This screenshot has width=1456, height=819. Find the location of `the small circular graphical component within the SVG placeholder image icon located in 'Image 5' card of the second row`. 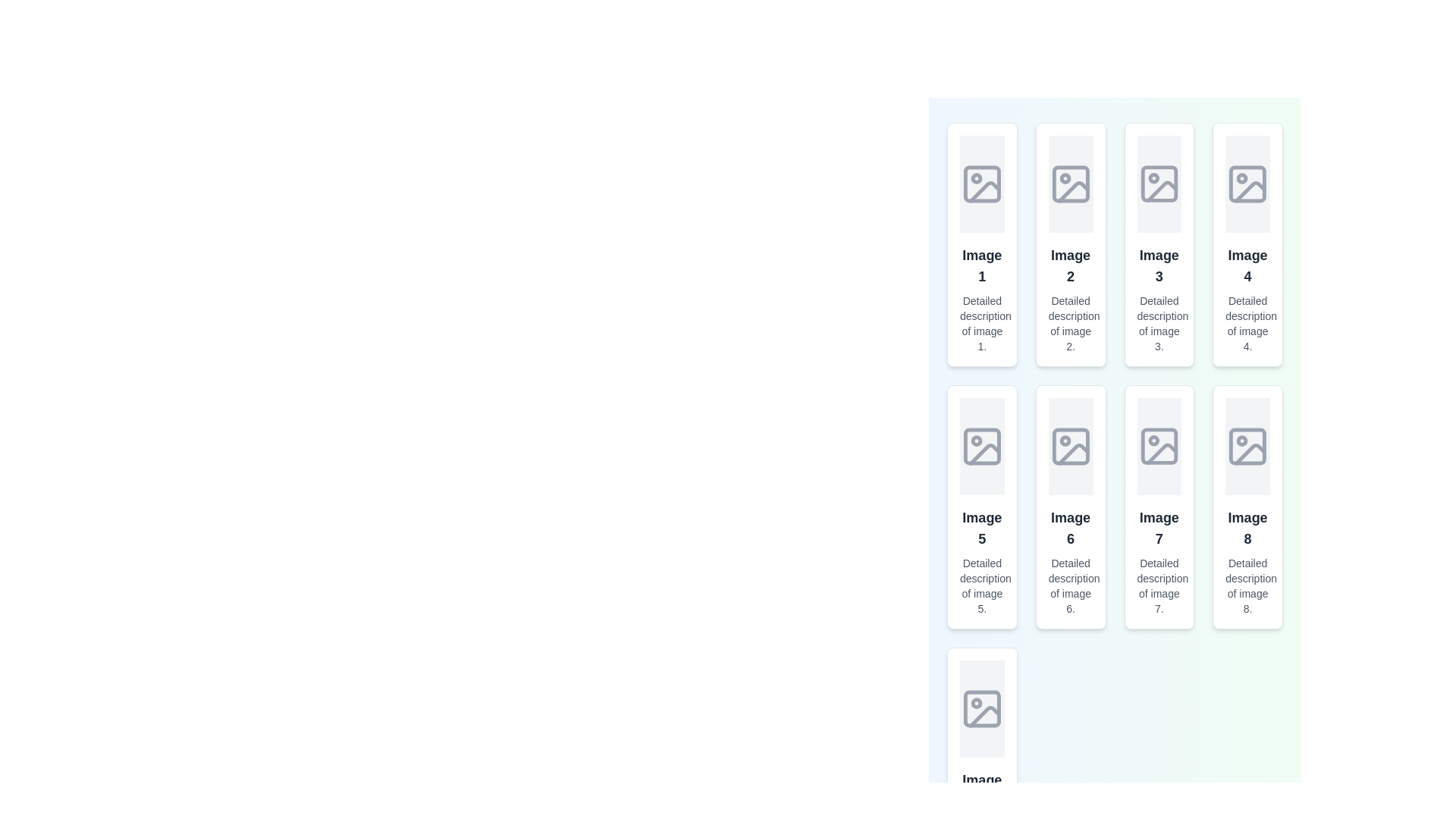

the small circular graphical component within the SVG placeholder image icon located in 'Image 5' card of the second row is located at coordinates (976, 441).